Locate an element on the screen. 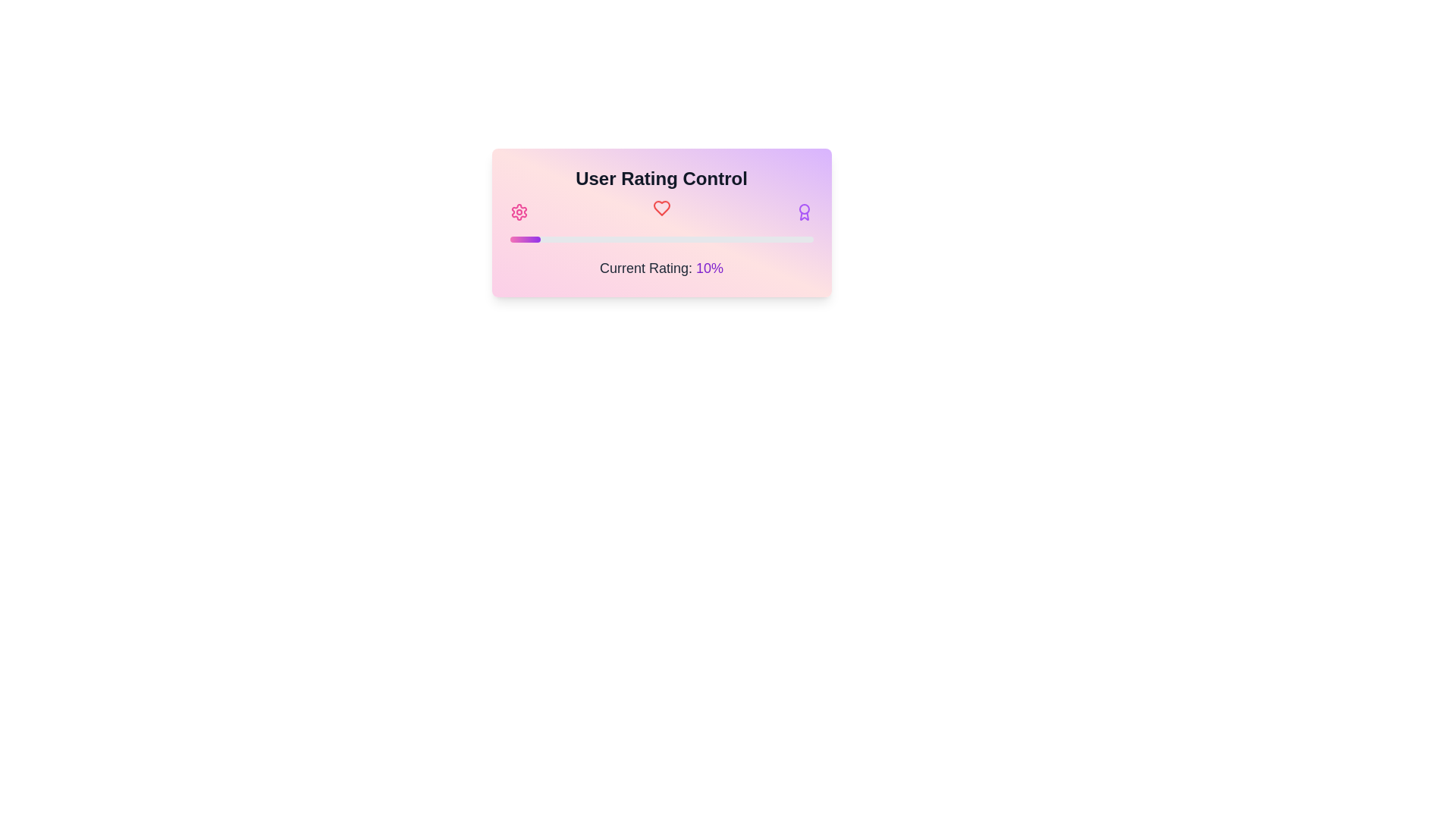 This screenshot has height=819, width=1456. the rating value is located at coordinates (543, 212).